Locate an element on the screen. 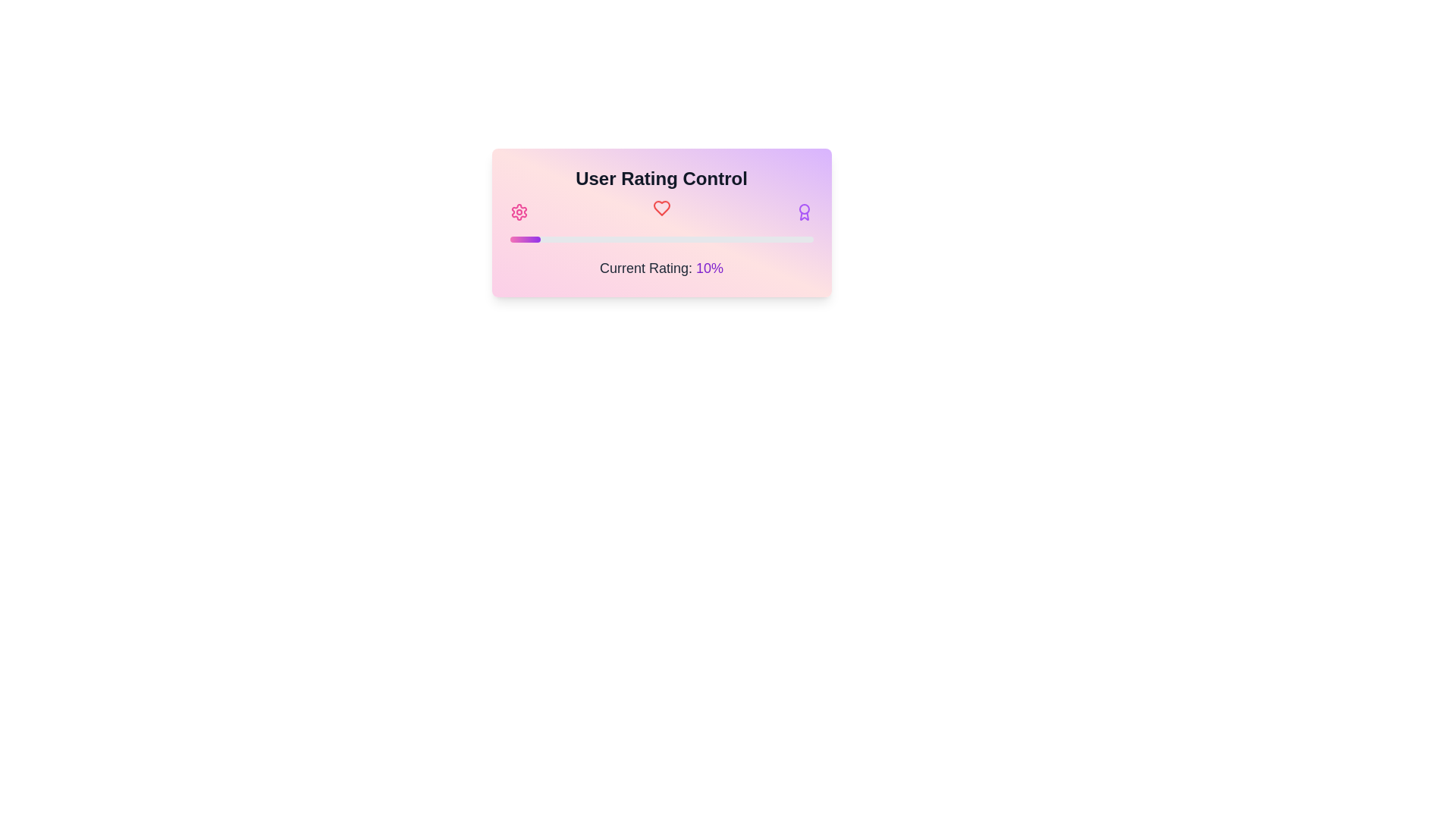 This screenshot has height=819, width=1456. the rating value is located at coordinates (543, 212).